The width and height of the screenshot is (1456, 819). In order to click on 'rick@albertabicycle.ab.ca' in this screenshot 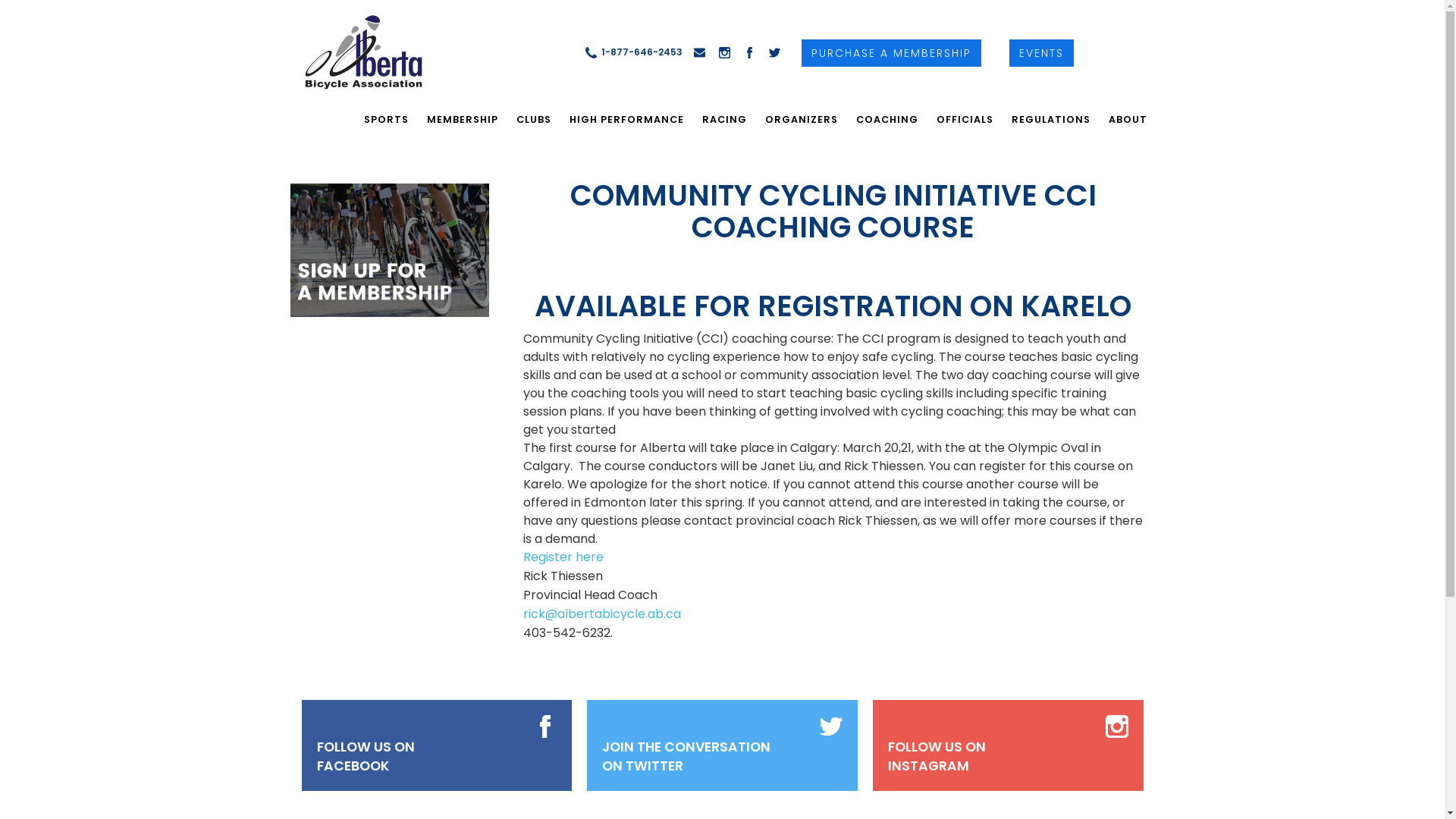, I will do `click(523, 613)`.